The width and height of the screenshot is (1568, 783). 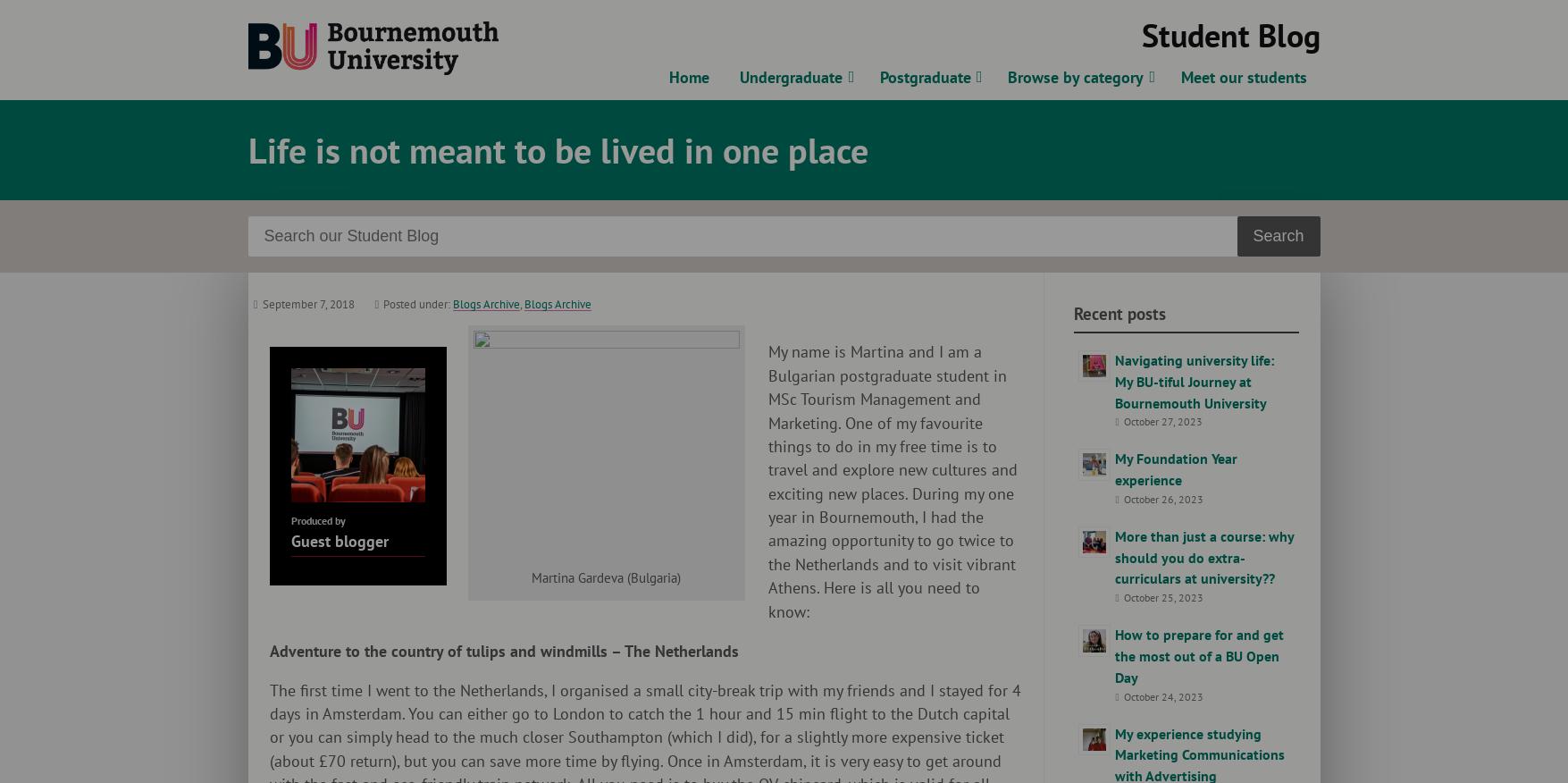 What do you see at coordinates (571, 31) in the screenshot?
I see `'Bournemouth University'` at bounding box center [571, 31].